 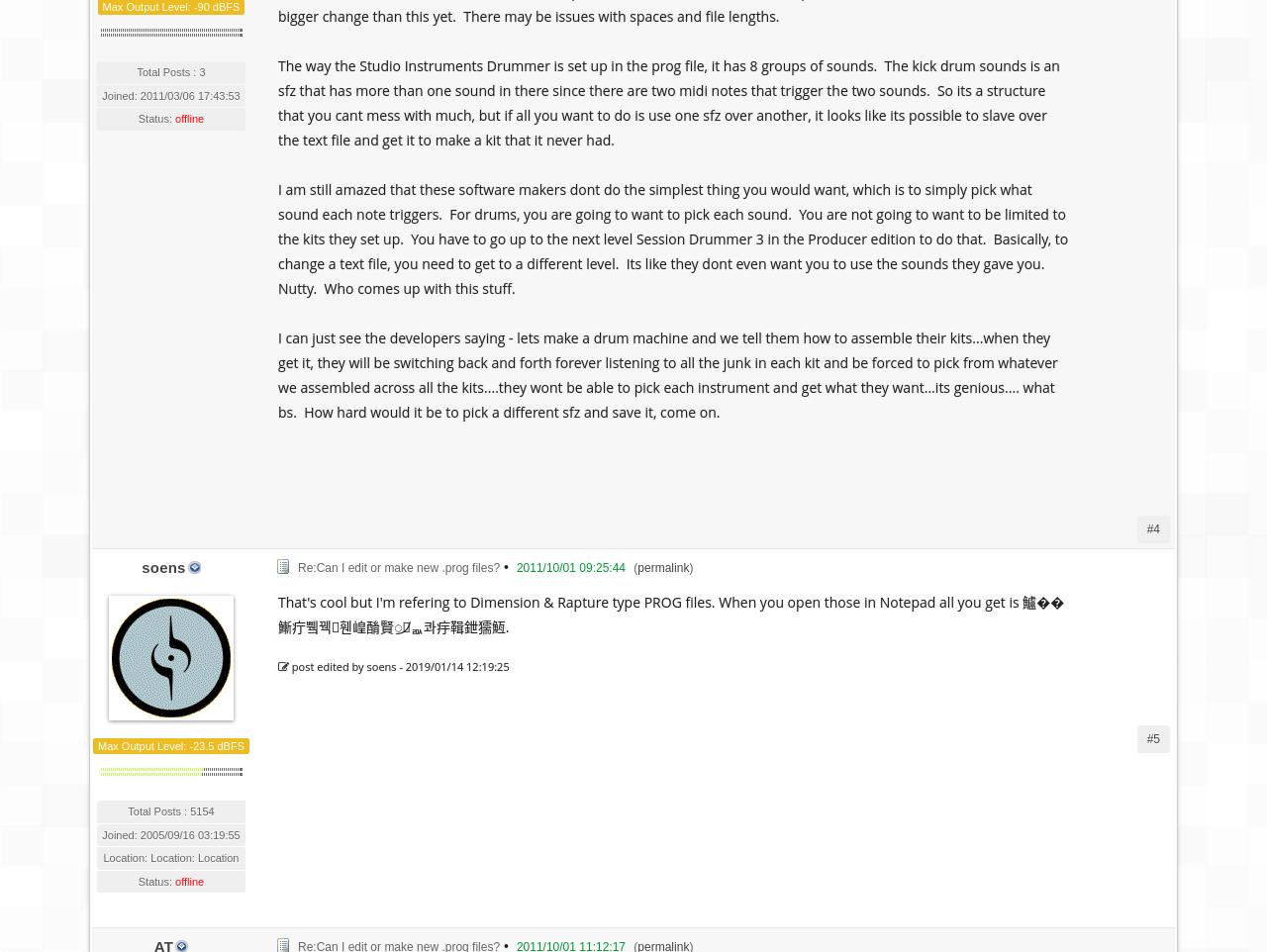 What do you see at coordinates (569, 568) in the screenshot?
I see `'2011/10/01 09:25:44'` at bounding box center [569, 568].